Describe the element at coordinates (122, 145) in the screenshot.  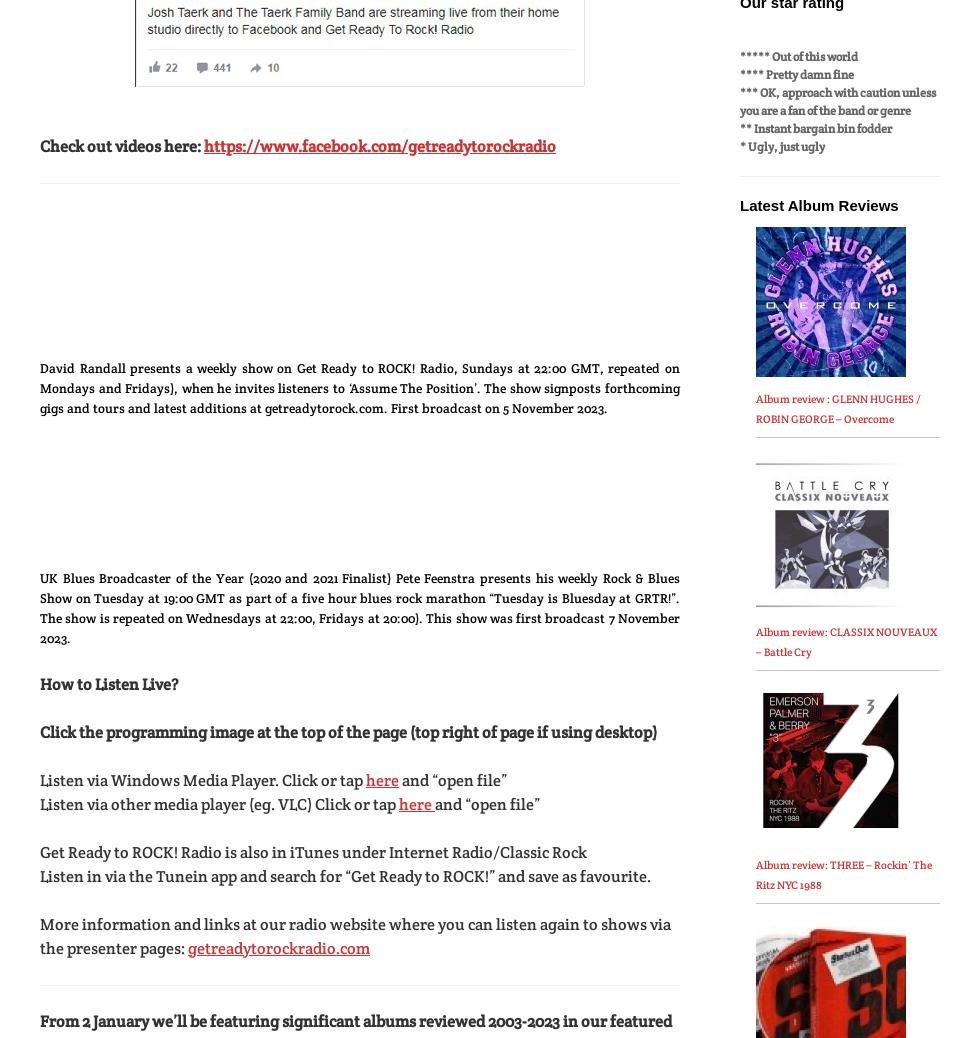
I see `'Check out videos here:'` at that location.